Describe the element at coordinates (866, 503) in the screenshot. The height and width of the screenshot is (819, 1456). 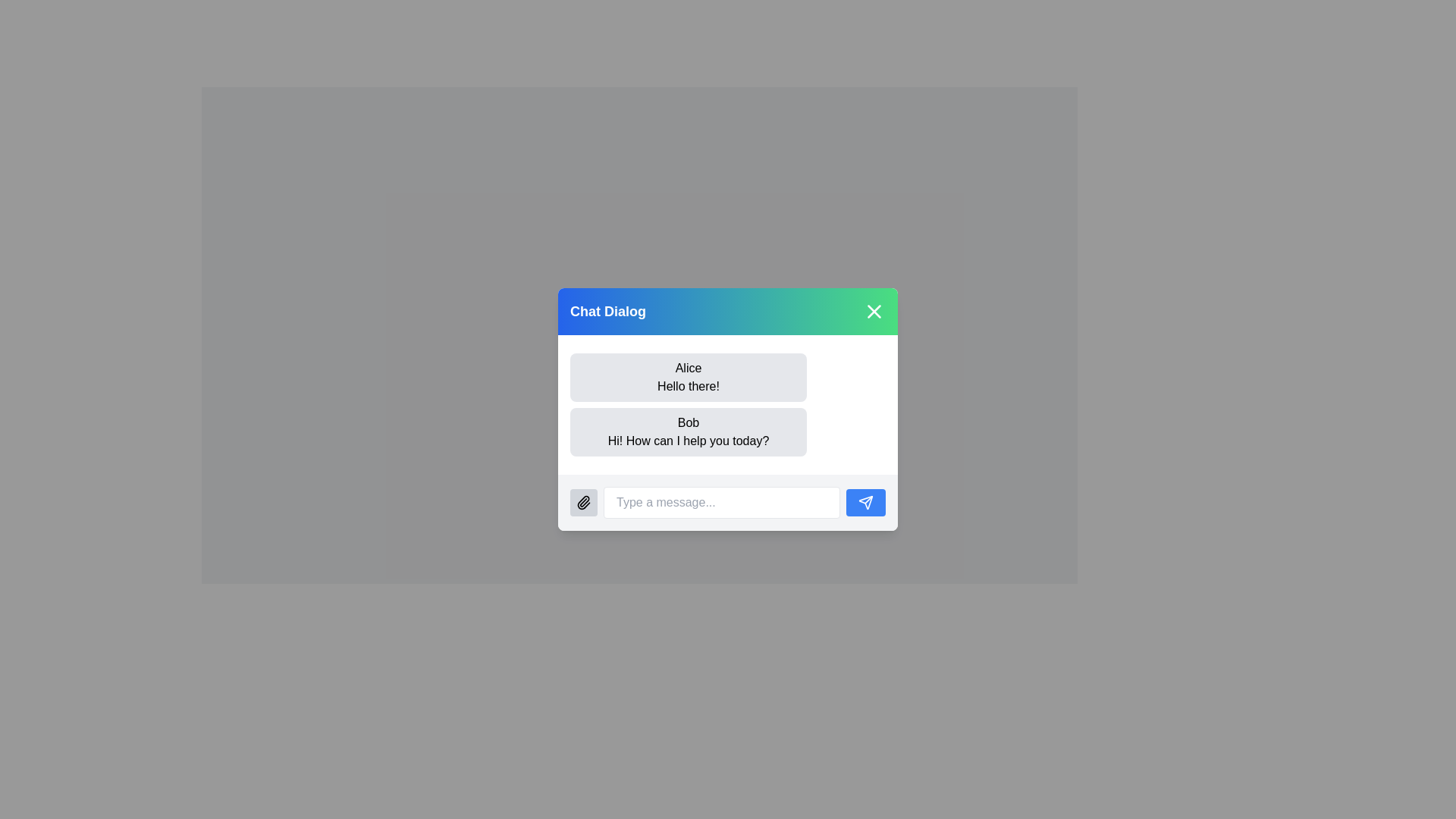
I see `the send icon located at the bottom right corner of the dialog interface to send a message` at that location.